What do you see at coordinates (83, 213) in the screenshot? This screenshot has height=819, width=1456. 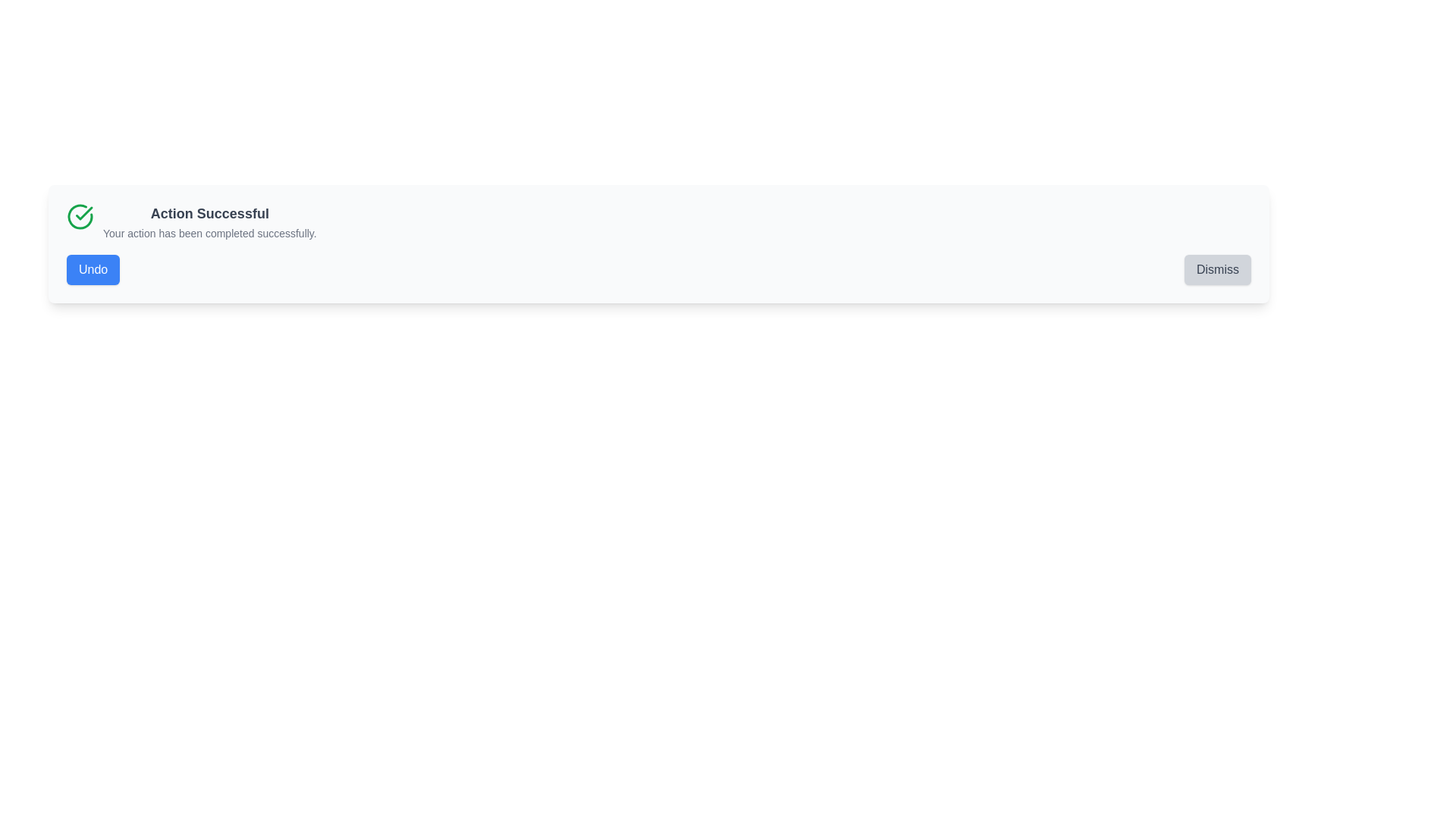 I see `the green checkmark icon indicating action confirmation, which is located to the left of the text 'Action Successful'` at bounding box center [83, 213].